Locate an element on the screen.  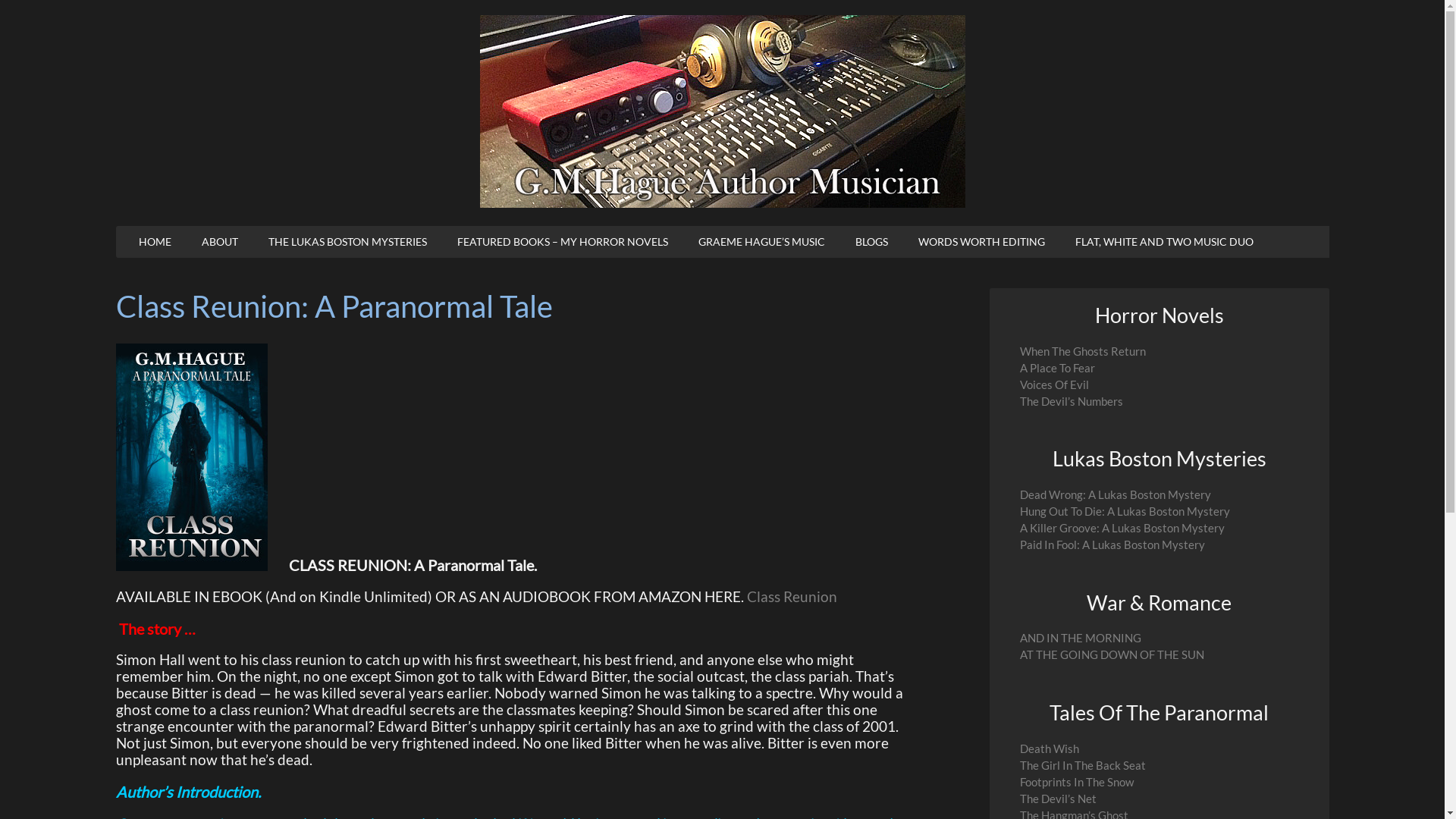
'A Killer Groove: A Lukas Boston Mystery' is located at coordinates (1121, 527).